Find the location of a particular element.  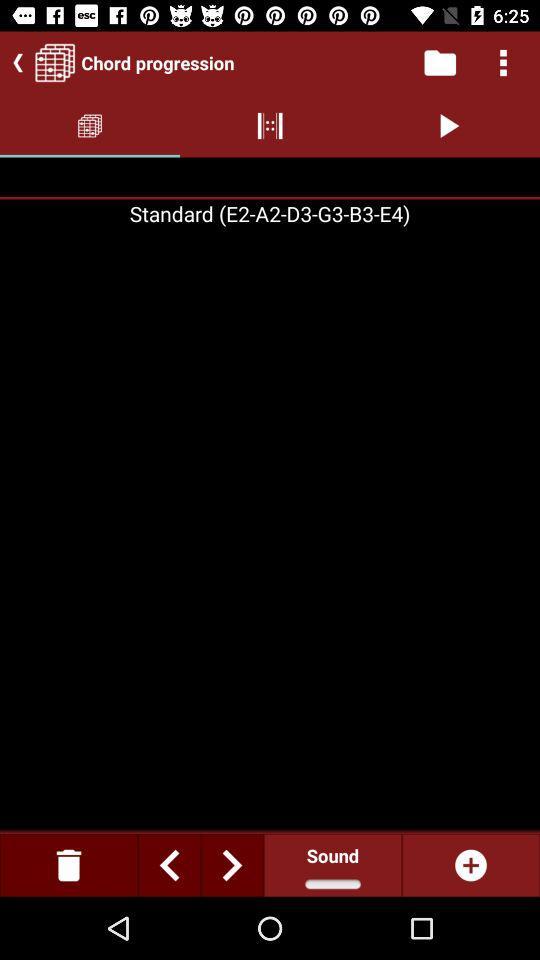

the arrow_backward icon is located at coordinates (13, 62).